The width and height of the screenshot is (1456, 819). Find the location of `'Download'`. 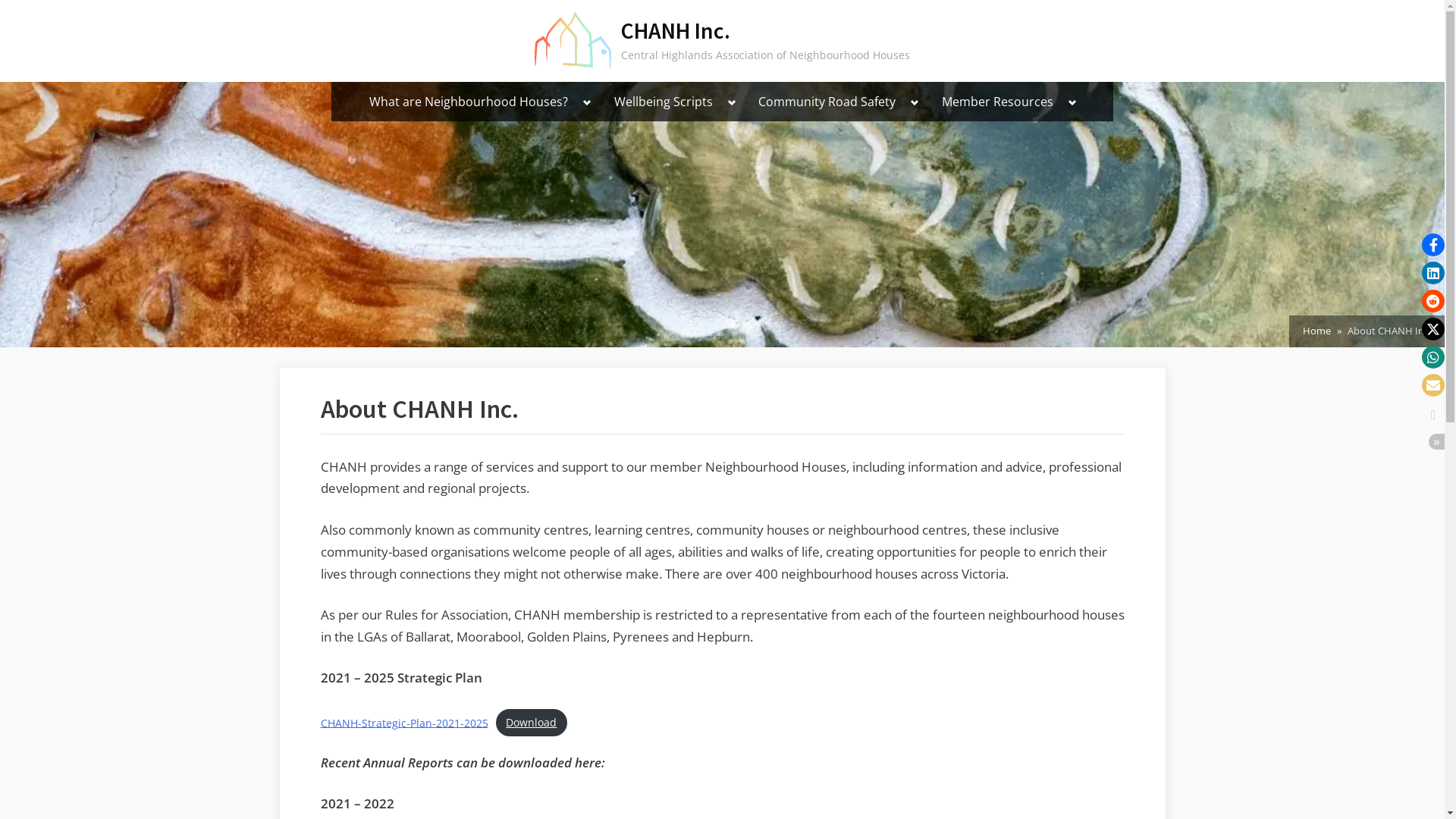

'Download' is located at coordinates (531, 722).